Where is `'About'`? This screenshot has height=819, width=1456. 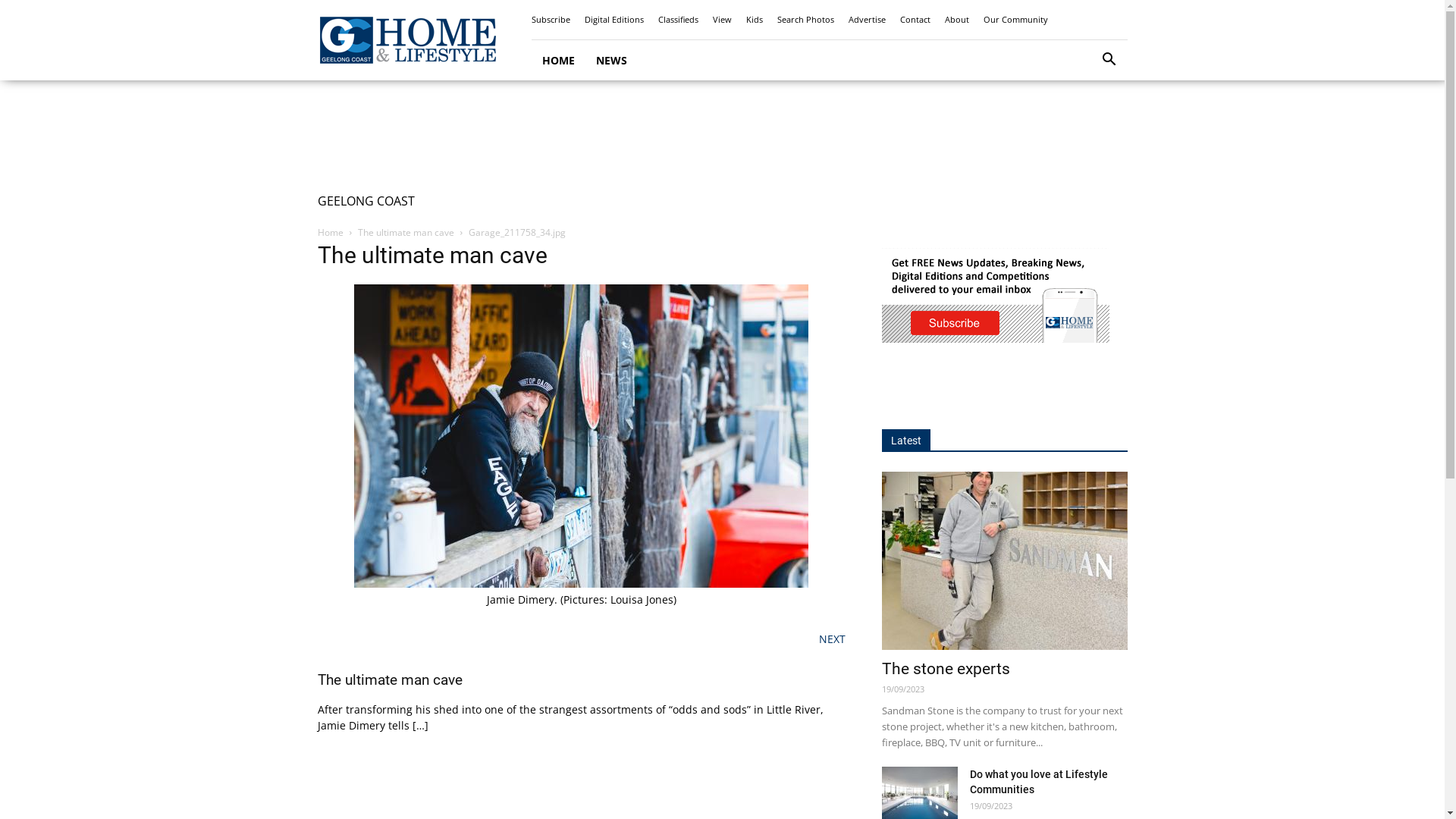 'About' is located at coordinates (956, 19).